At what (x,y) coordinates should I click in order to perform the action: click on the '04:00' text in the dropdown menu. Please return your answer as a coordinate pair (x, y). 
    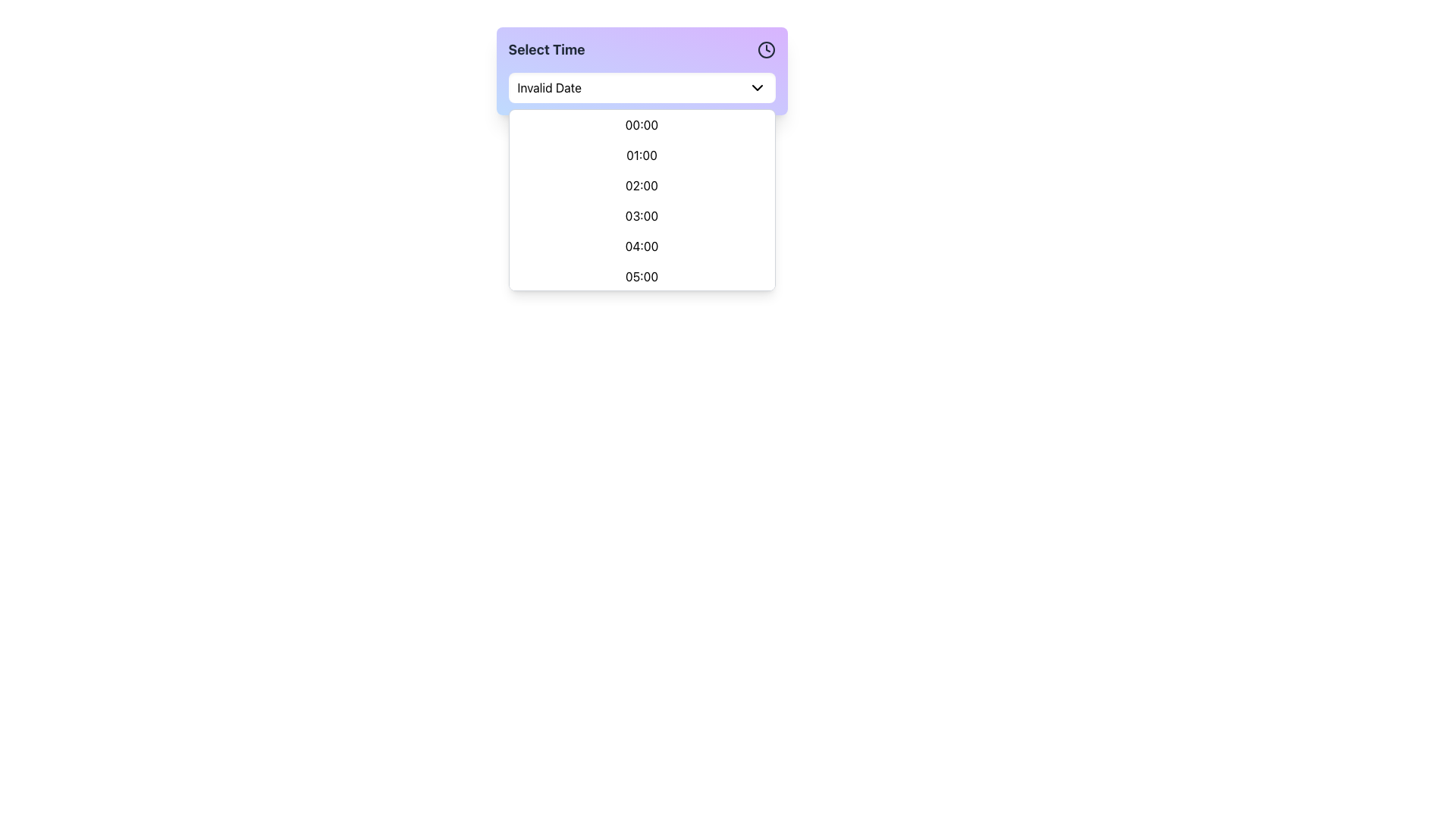
    Looking at the image, I should click on (642, 245).